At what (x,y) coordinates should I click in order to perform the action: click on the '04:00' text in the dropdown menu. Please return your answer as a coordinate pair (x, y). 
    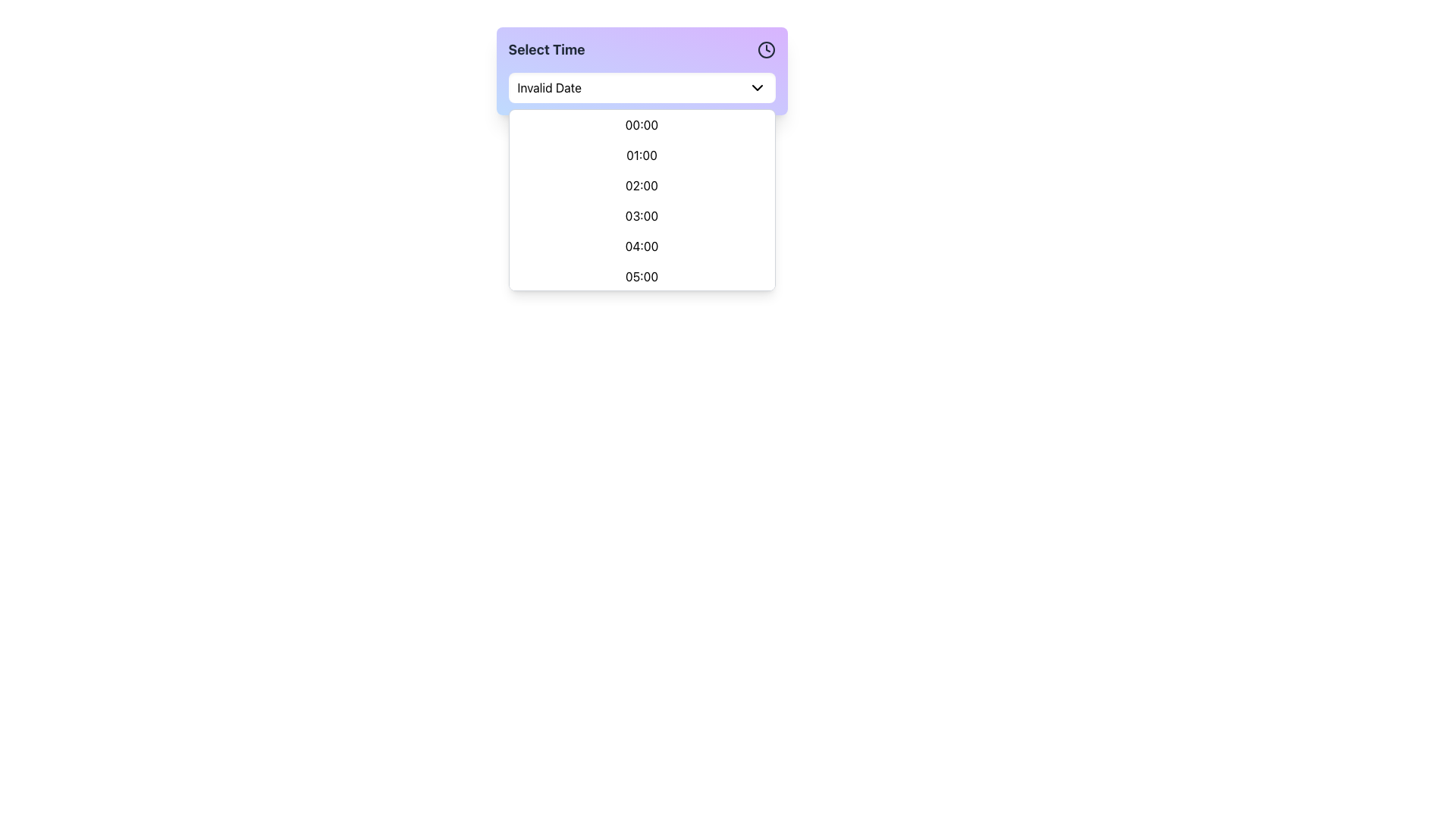
    Looking at the image, I should click on (642, 245).